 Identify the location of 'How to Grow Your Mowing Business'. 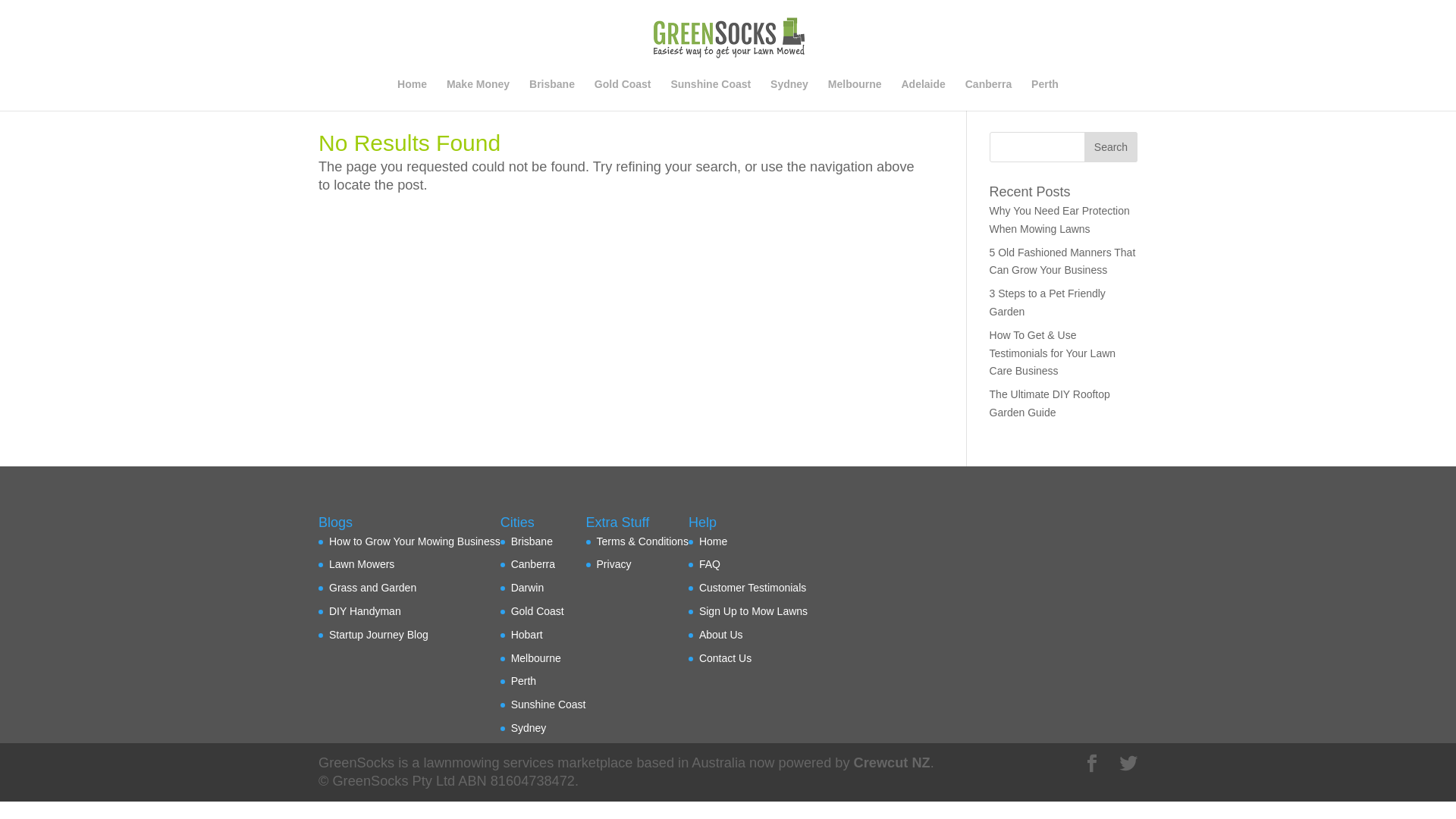
(415, 540).